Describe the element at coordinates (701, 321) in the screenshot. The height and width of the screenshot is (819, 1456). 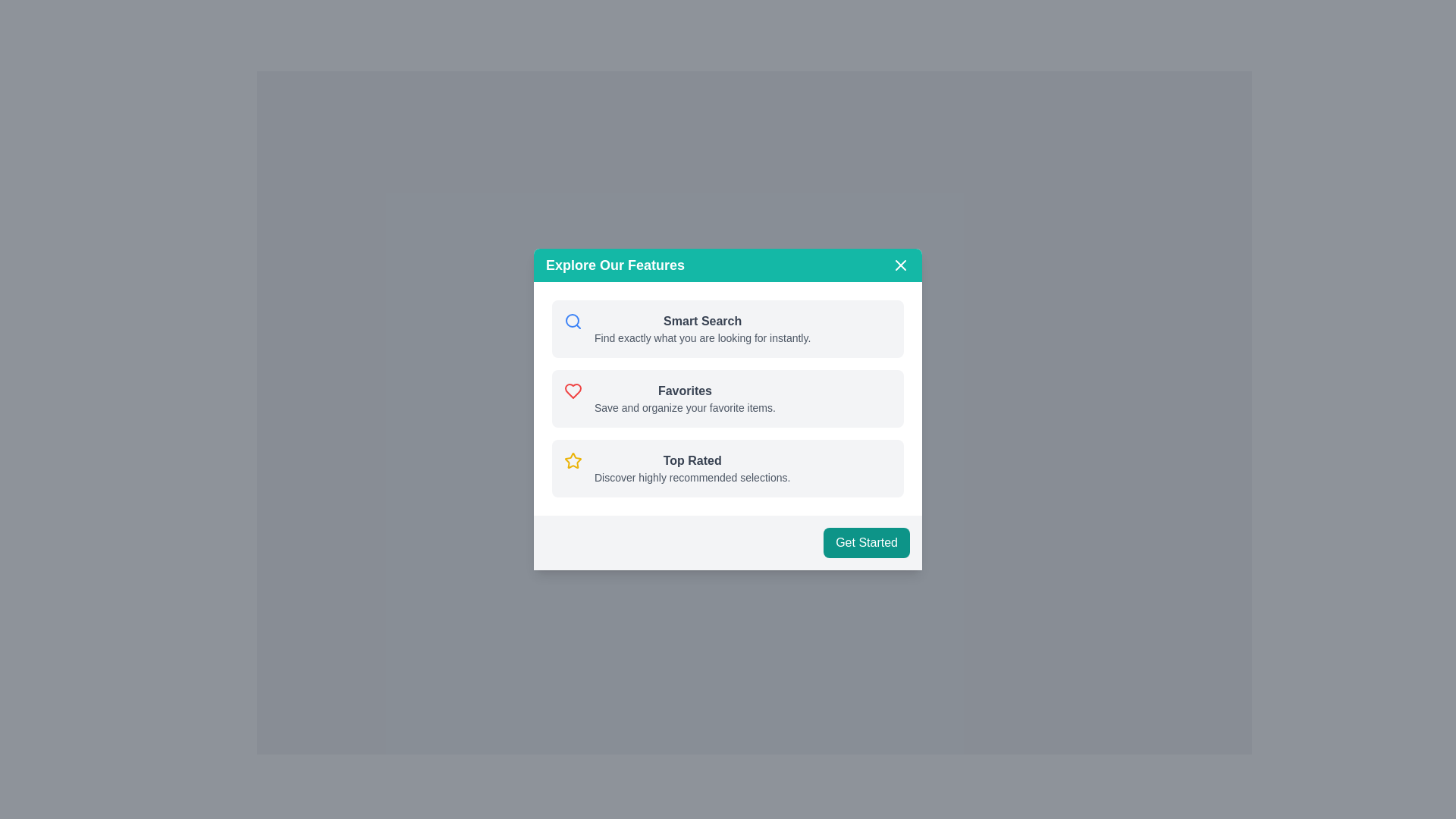
I see `heading text 'Smart Search' located in the top-left quadrant of the modal window titled 'Explore Our Features'` at that location.